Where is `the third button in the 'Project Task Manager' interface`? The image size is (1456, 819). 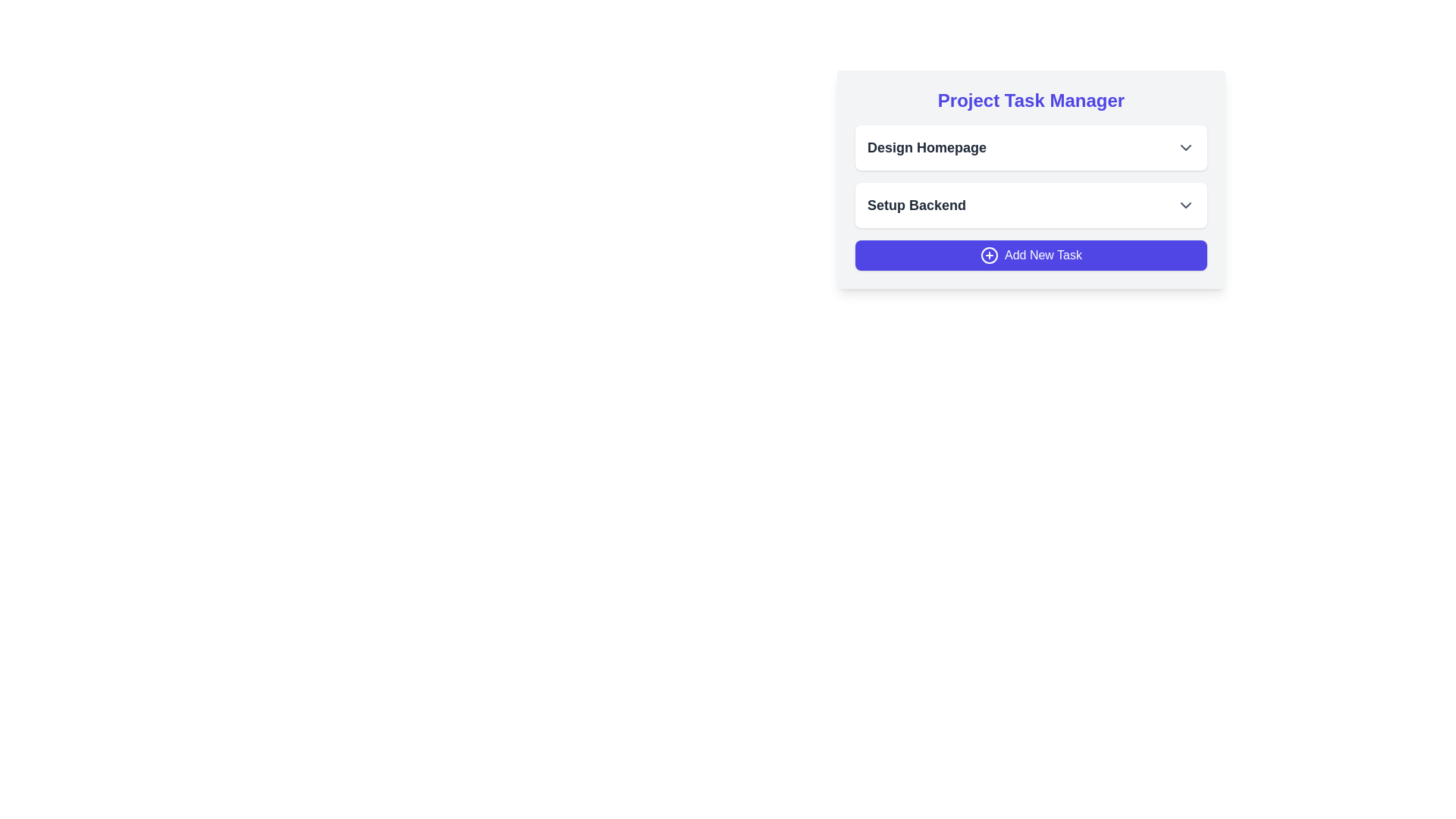 the third button in the 'Project Task Manager' interface is located at coordinates (1031, 254).